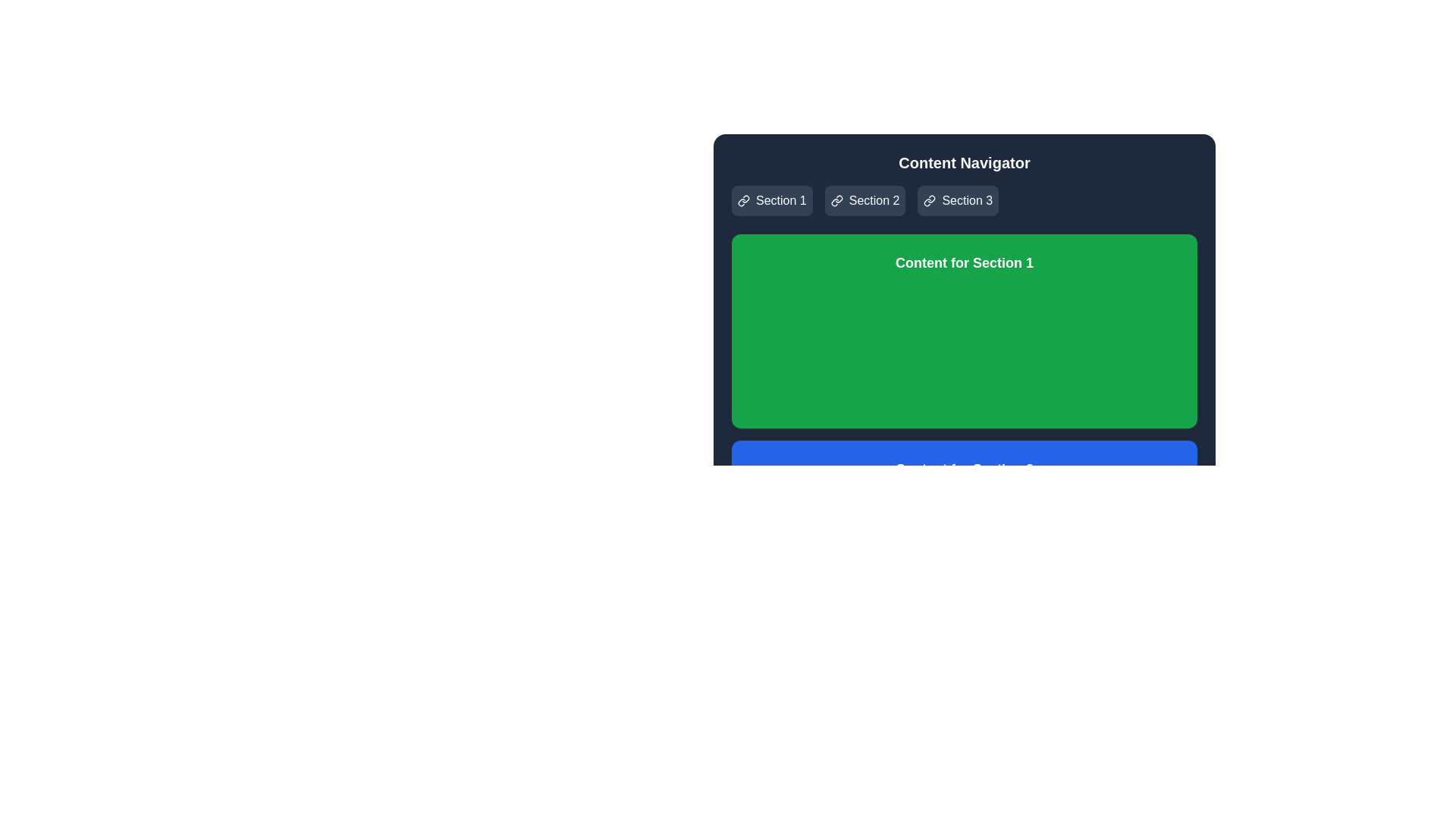 This screenshot has height=819, width=1456. Describe the element at coordinates (772, 200) in the screenshot. I see `the rectangular button labeled 'Section 1' with a dark slate blue background and a light hover effect located in the top-right part of the interface` at that location.